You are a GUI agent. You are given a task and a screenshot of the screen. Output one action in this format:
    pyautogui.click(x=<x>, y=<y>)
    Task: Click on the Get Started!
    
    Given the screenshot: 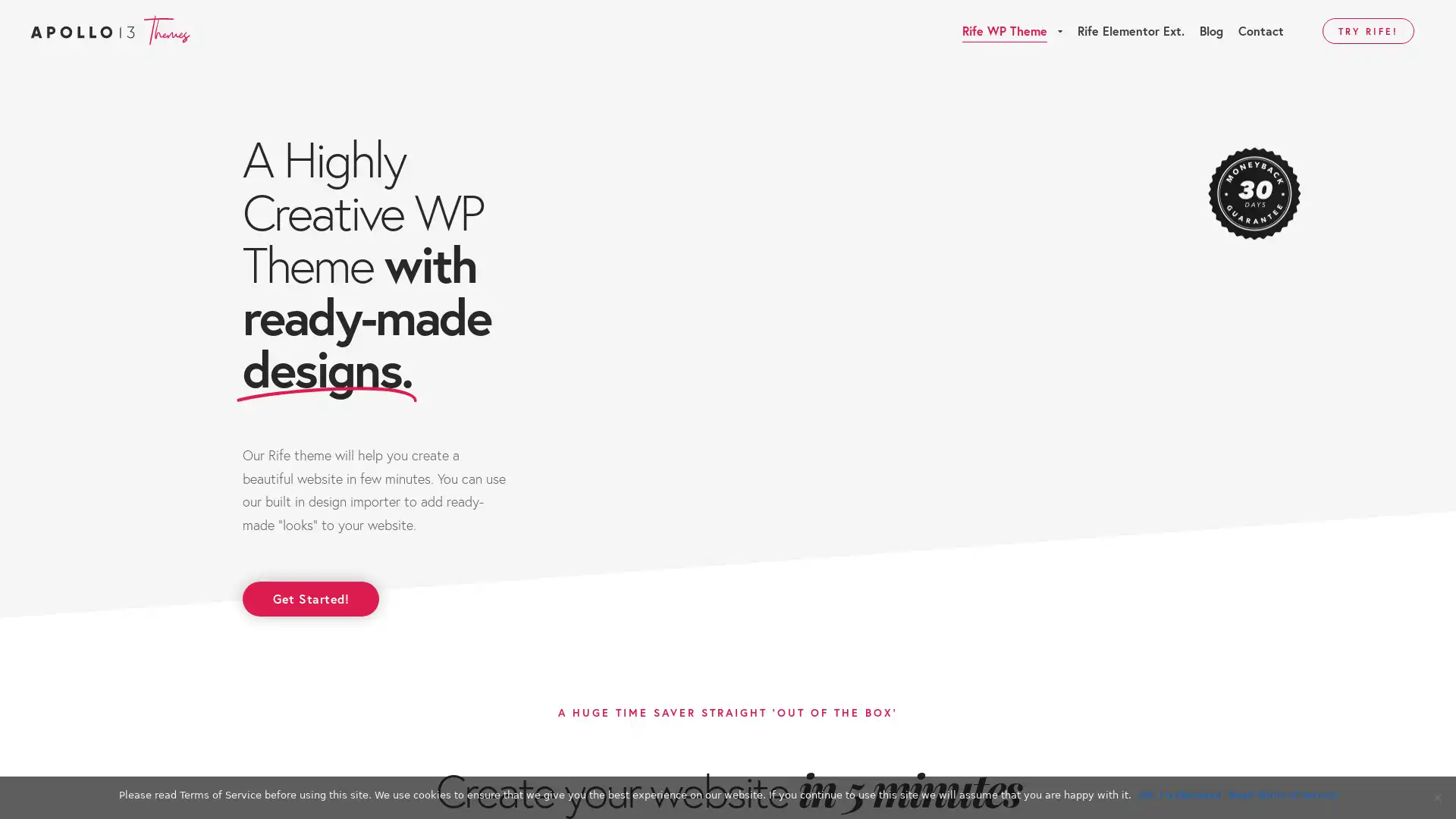 What is the action you would take?
    pyautogui.click(x=309, y=598)
    